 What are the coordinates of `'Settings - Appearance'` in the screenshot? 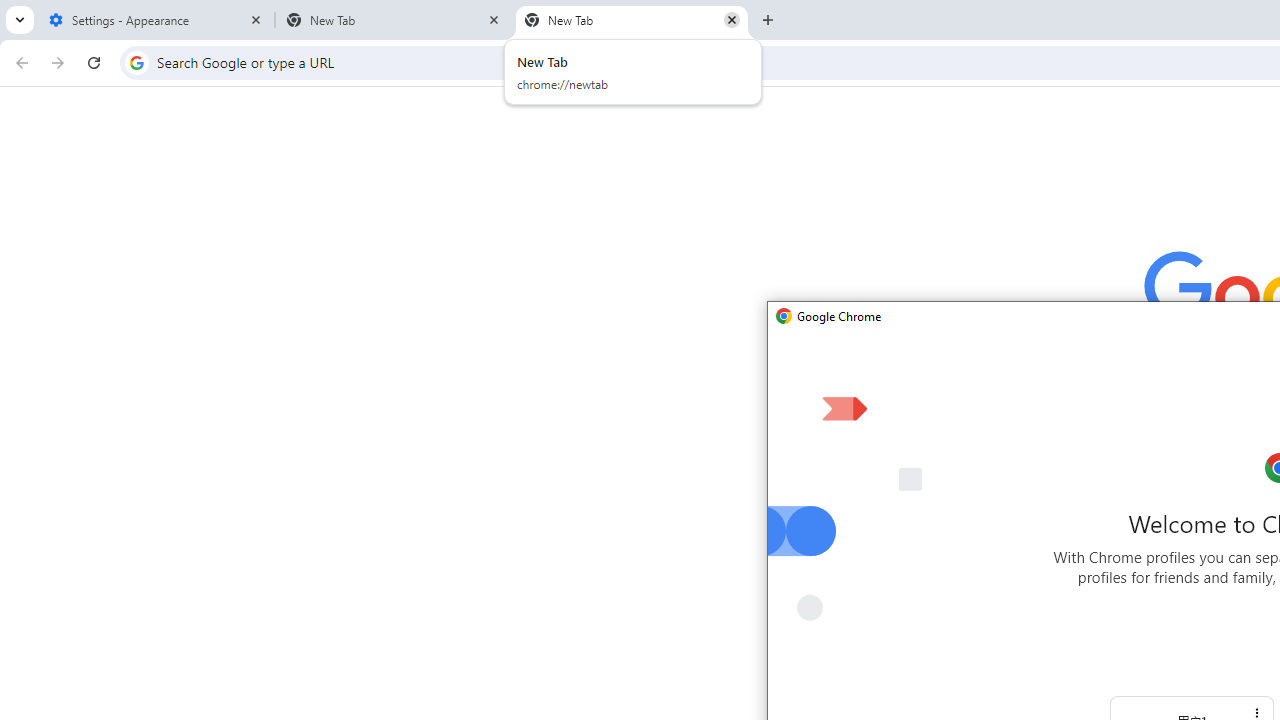 It's located at (155, 20).